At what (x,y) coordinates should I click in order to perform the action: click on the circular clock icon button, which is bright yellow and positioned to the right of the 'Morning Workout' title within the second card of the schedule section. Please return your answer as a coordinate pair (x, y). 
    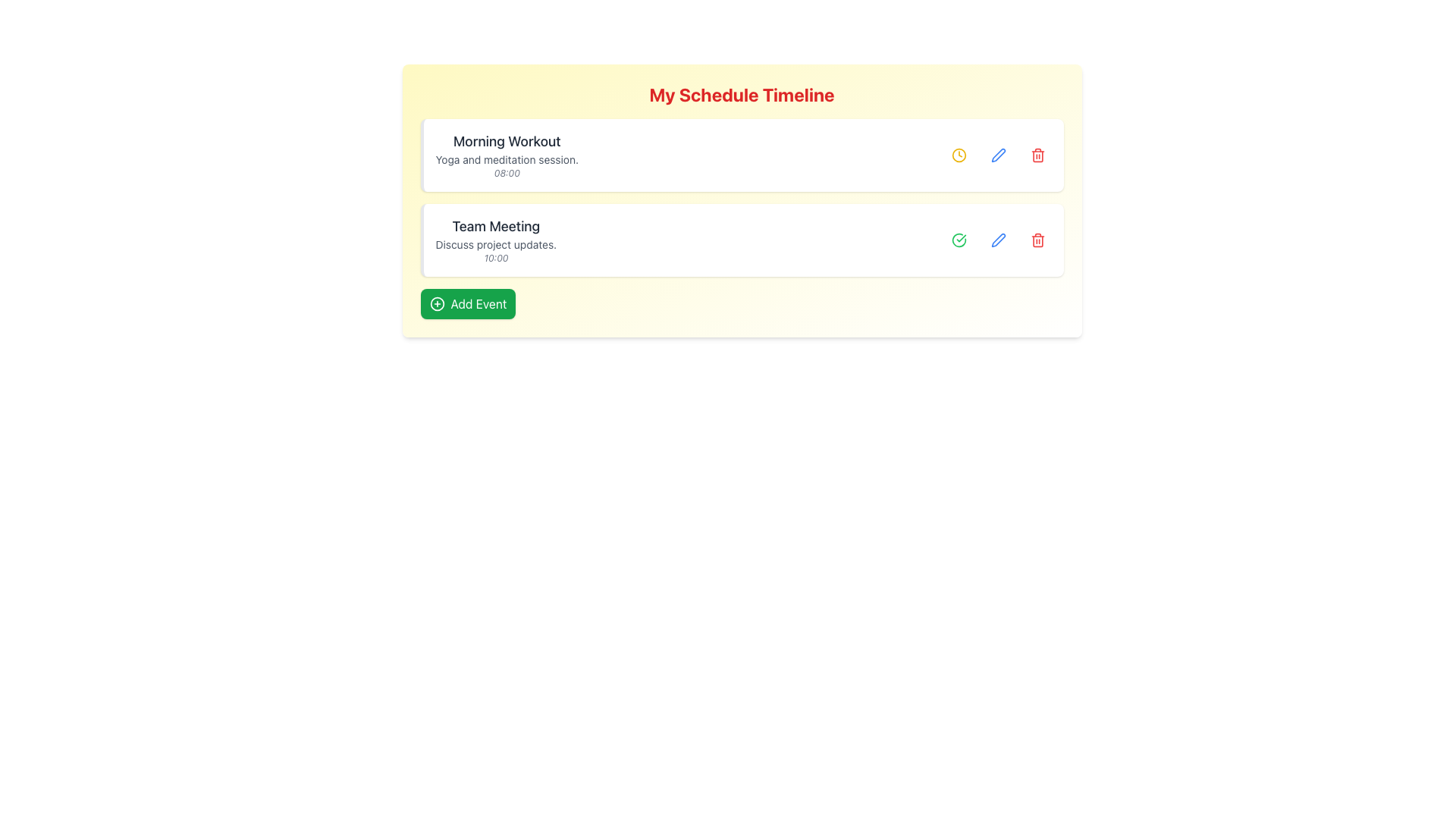
    Looking at the image, I should click on (958, 155).